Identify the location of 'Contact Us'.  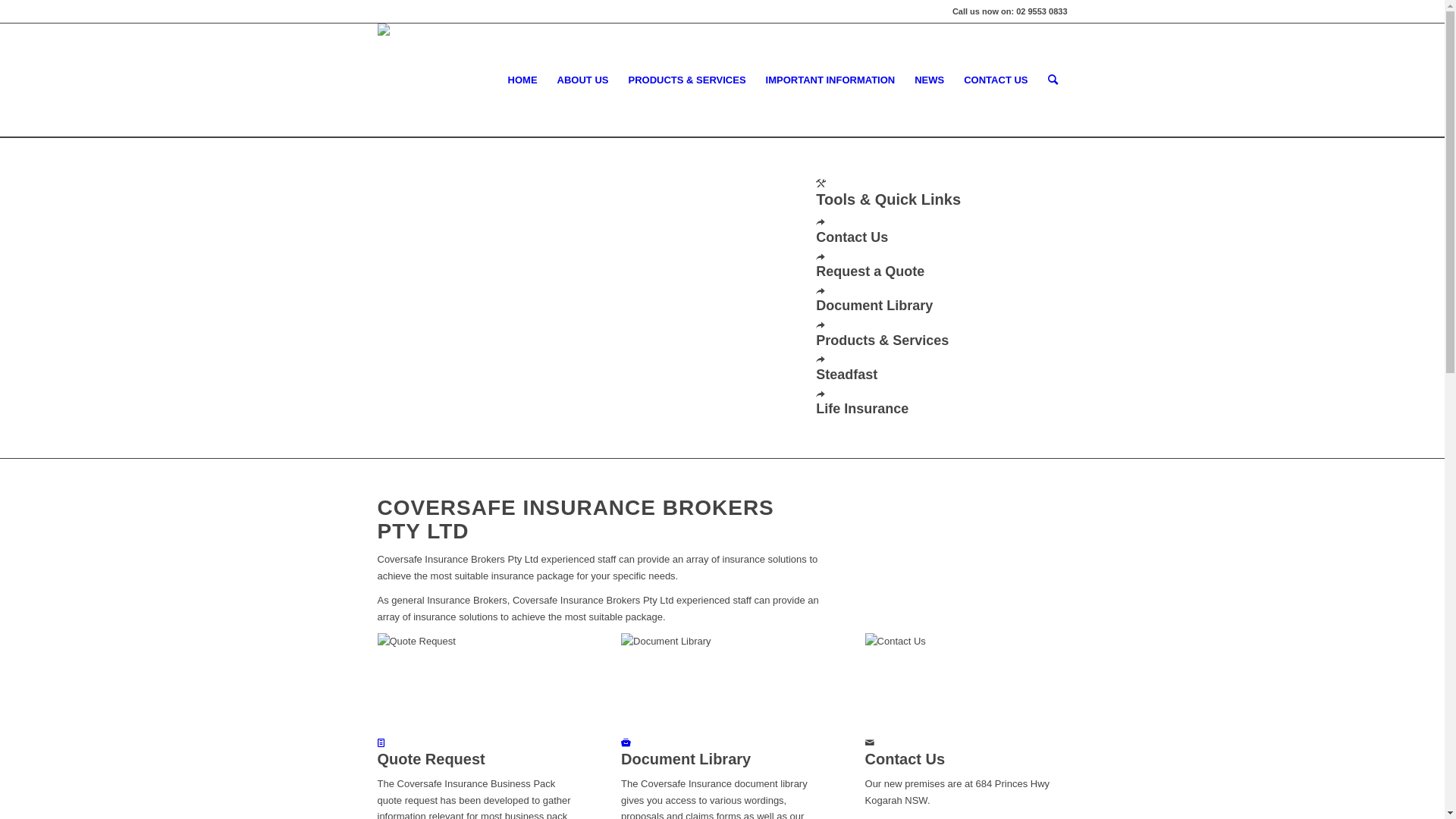
(865, 683).